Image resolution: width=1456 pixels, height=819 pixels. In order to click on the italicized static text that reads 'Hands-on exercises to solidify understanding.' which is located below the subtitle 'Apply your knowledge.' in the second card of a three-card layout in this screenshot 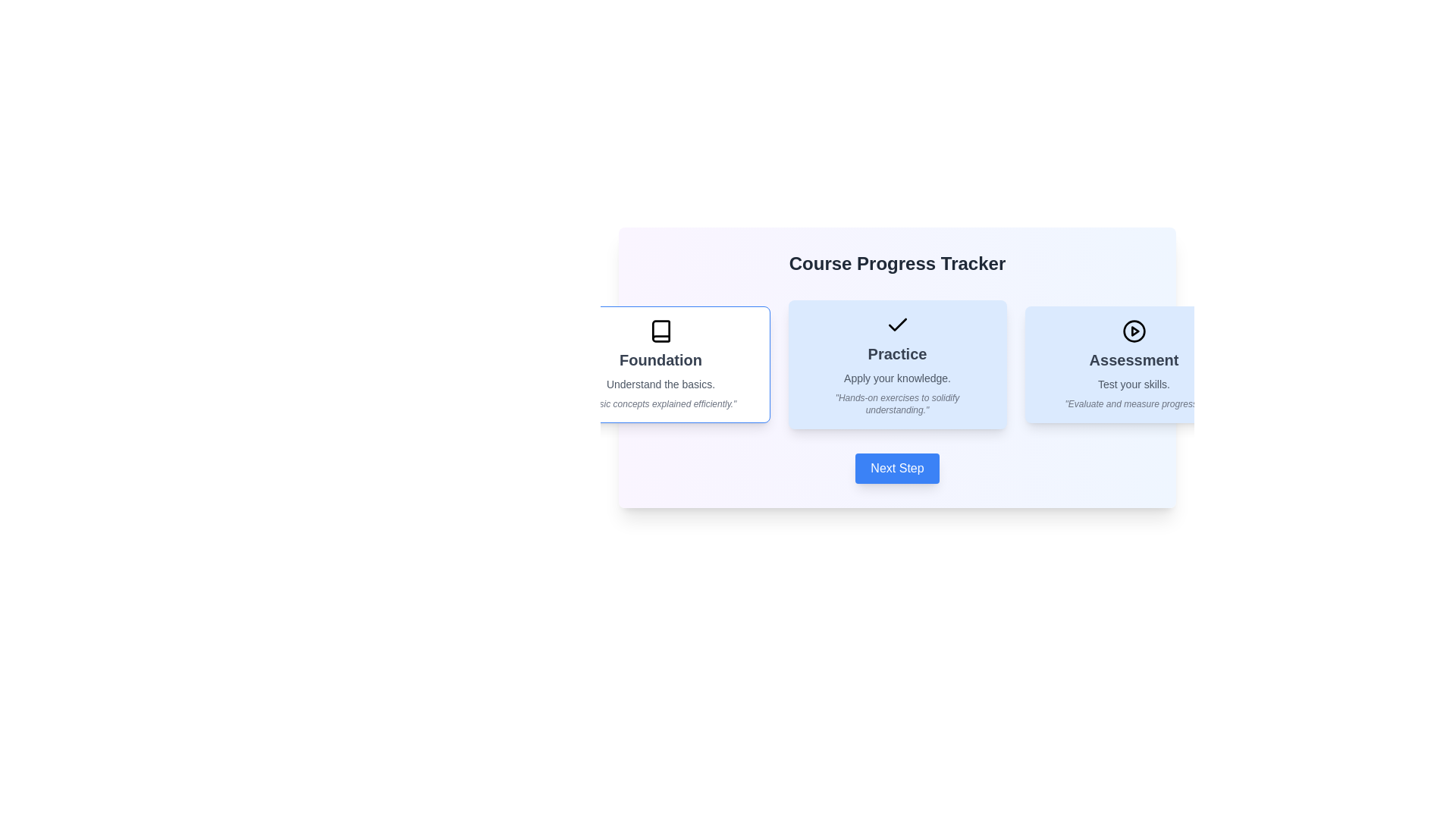, I will do `click(897, 403)`.